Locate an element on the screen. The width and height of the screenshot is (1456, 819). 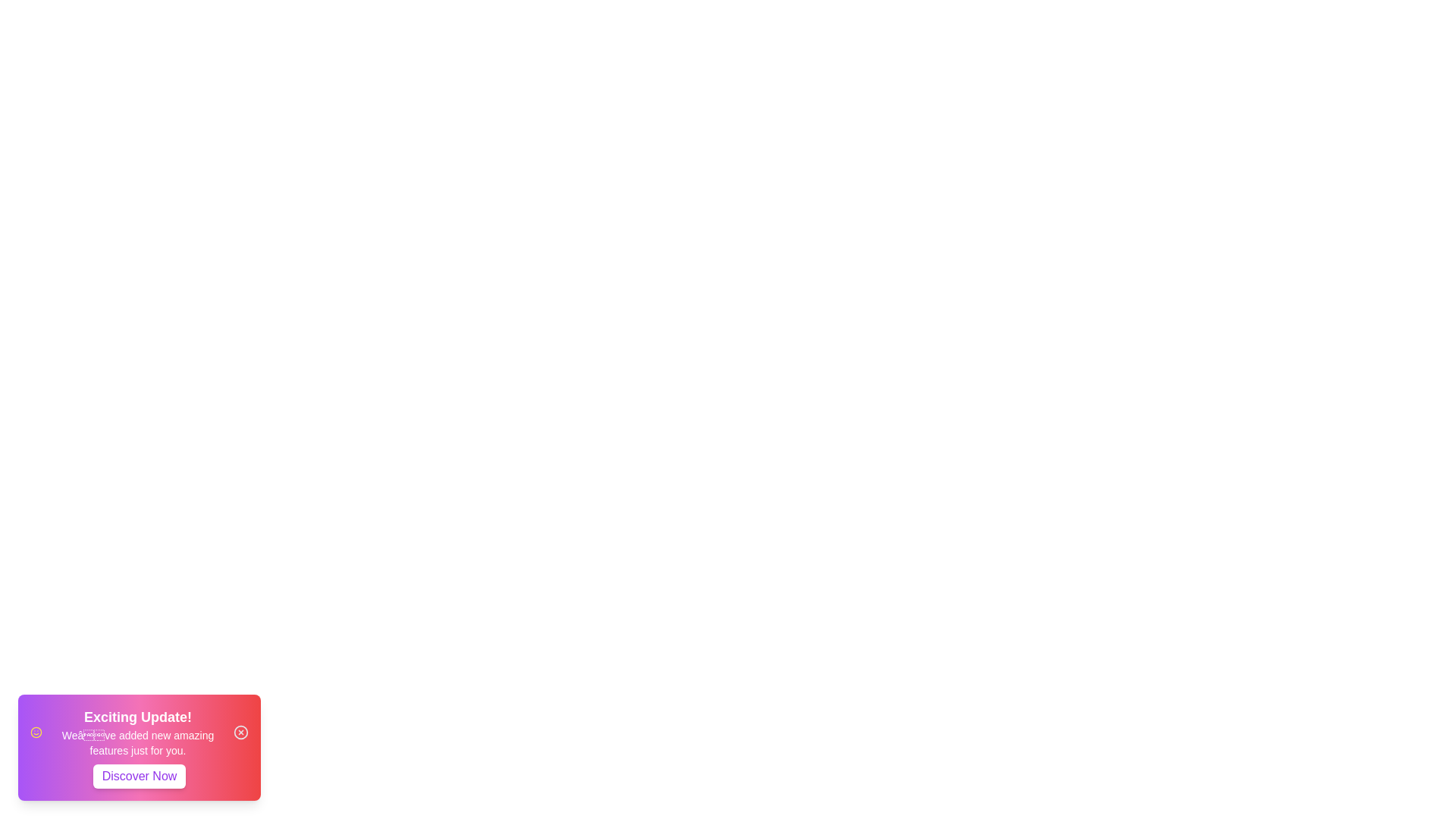
the close button (X) of the snackbar to close it is located at coordinates (240, 731).